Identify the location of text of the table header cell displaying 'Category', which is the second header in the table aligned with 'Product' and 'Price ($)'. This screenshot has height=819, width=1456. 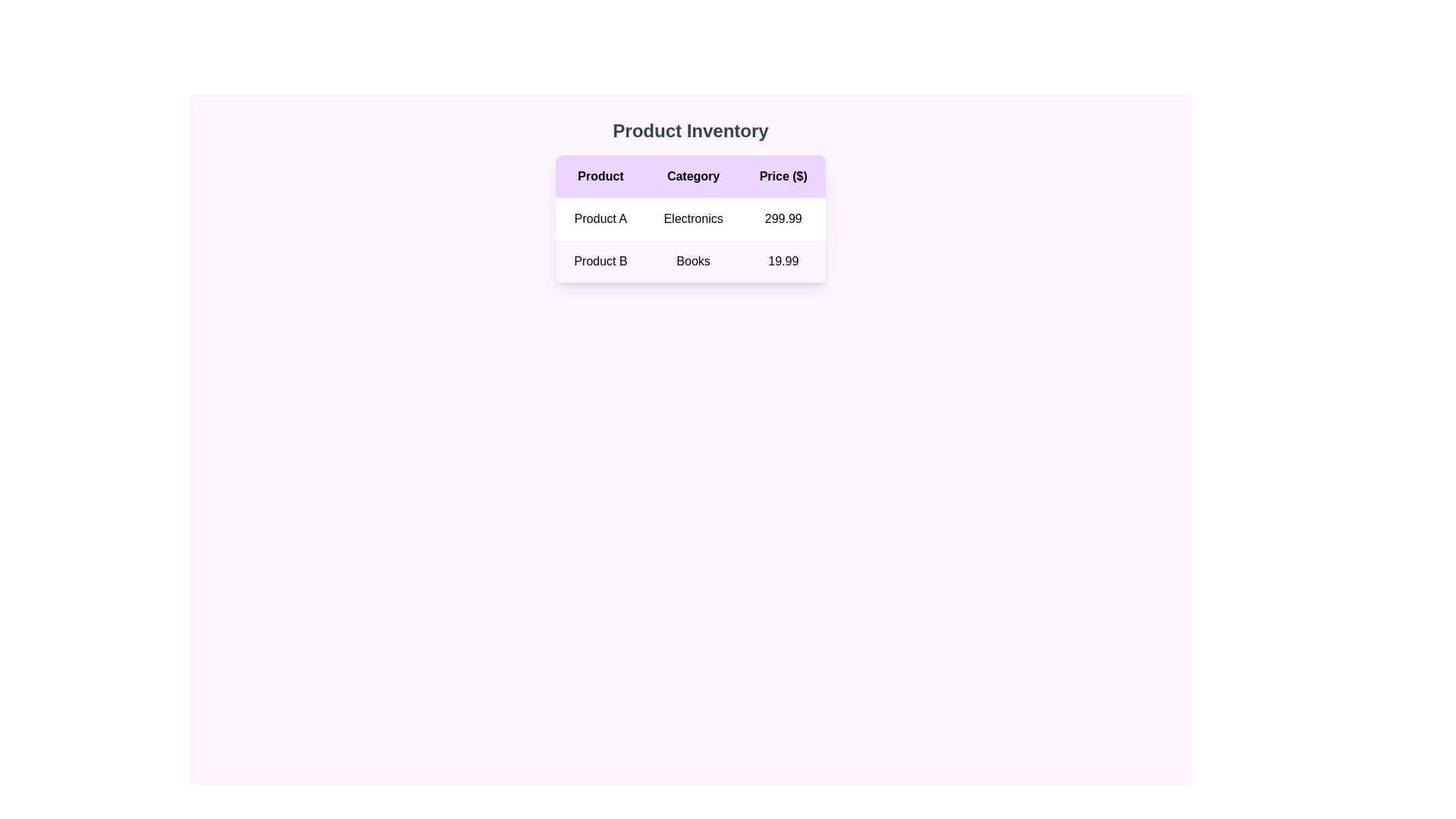
(690, 175).